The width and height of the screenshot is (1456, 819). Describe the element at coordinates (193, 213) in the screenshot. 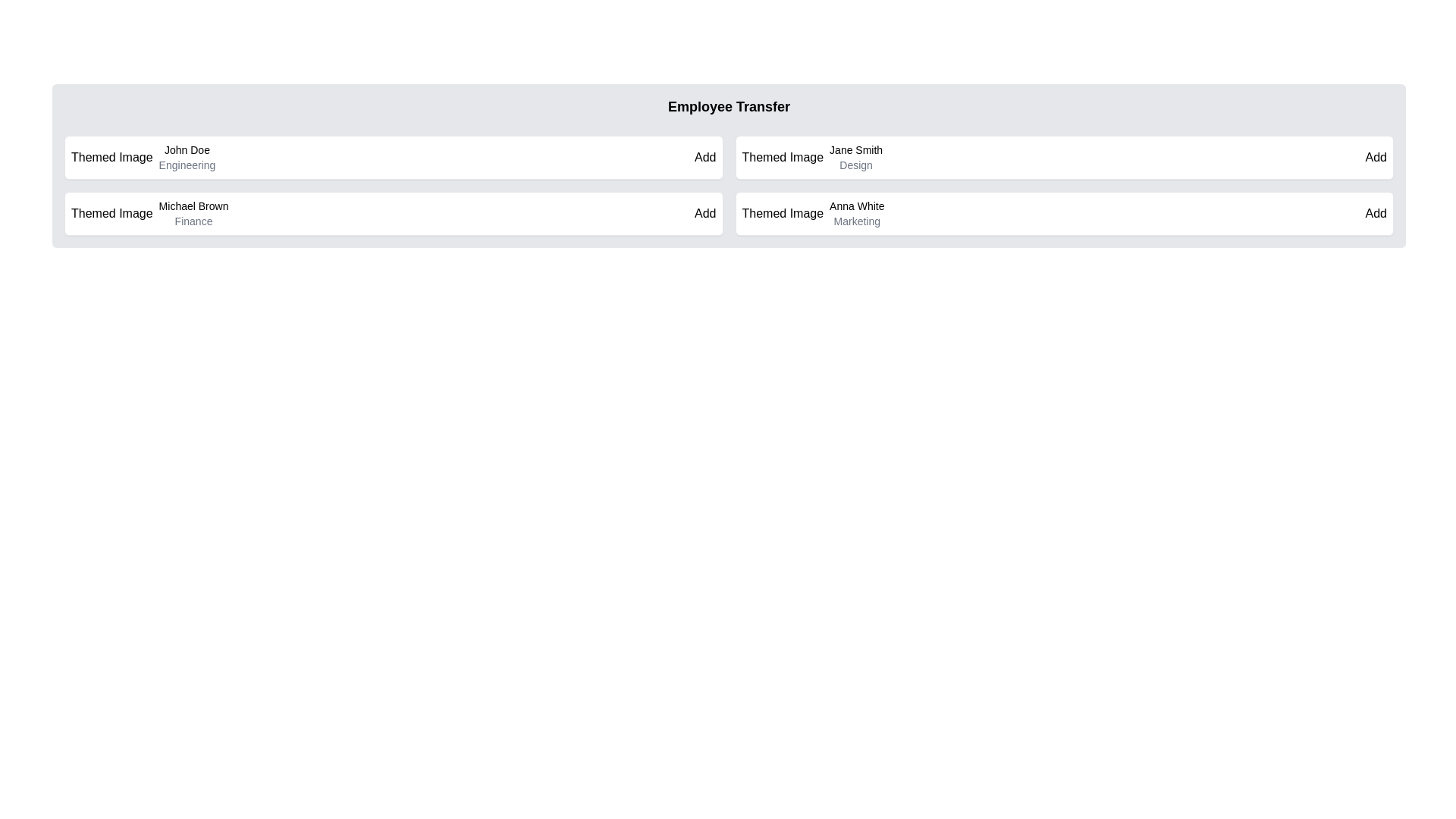

I see `the text label indicating the name 'Michael Brown' and their department 'Finance', which is located in the middle-left of the row structure` at that location.